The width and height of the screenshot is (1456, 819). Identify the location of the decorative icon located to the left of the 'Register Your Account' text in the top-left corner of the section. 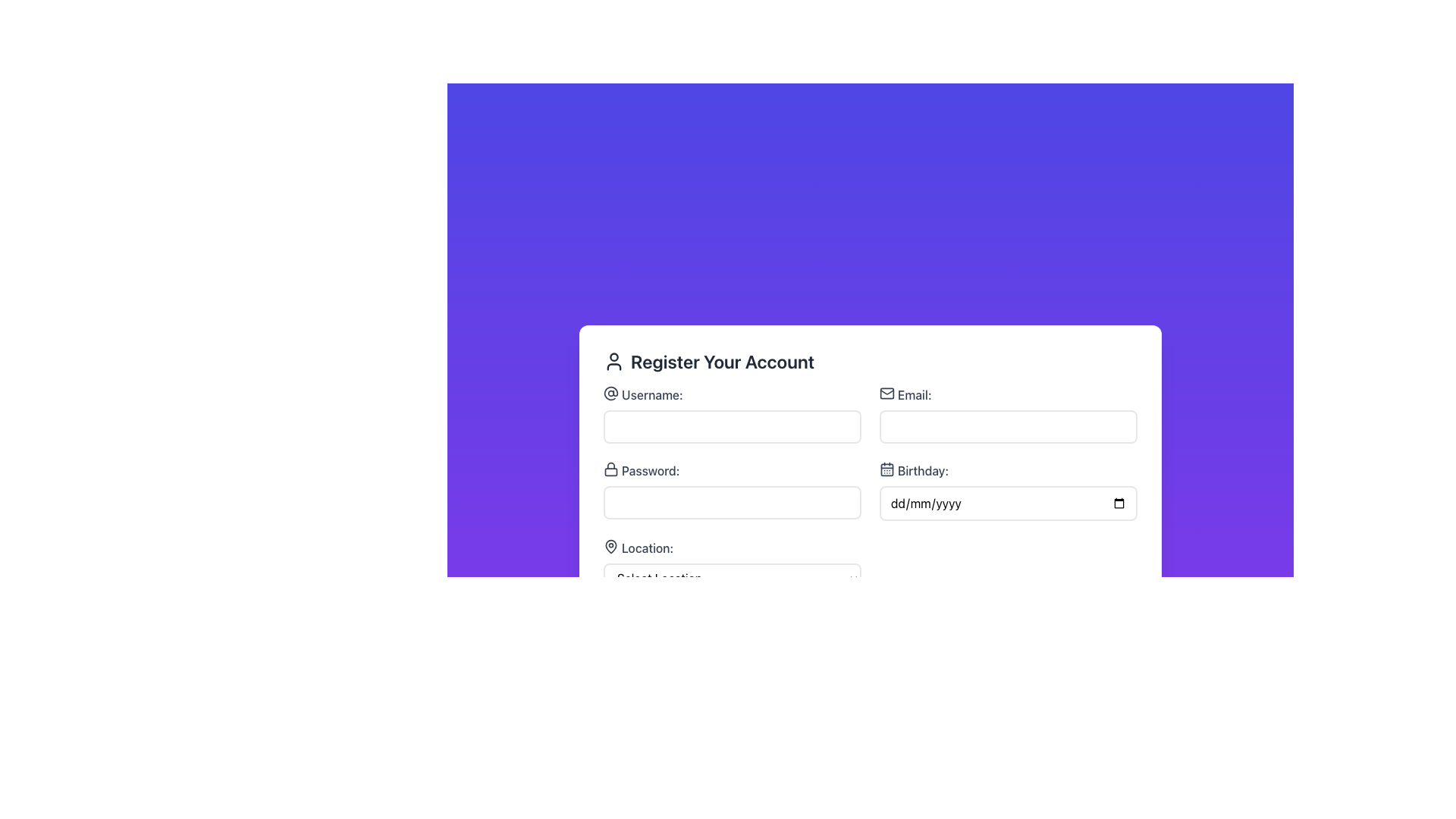
(614, 362).